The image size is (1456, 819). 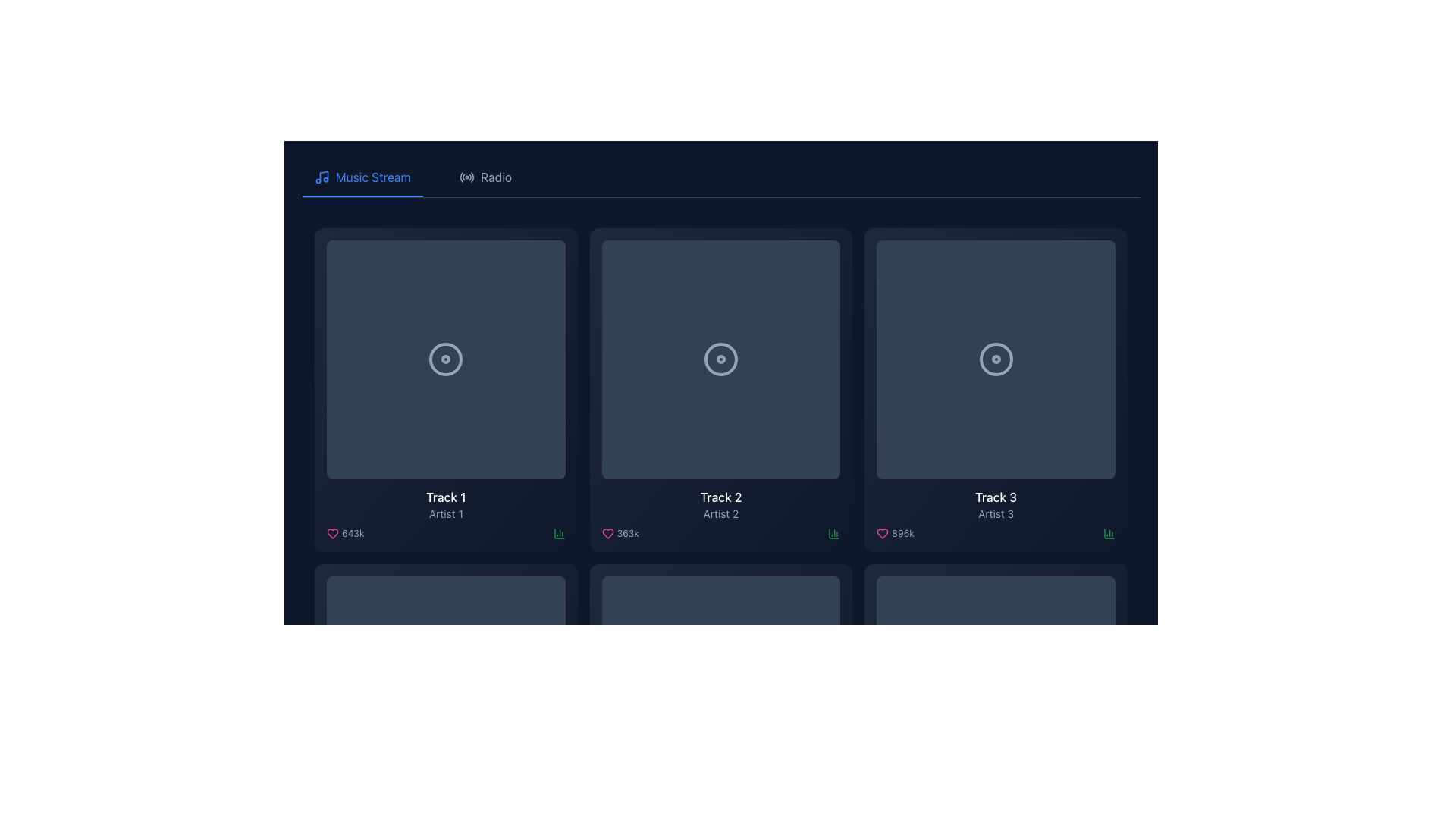 What do you see at coordinates (466, 177) in the screenshot?
I see `the radio wave icon located to the left of the 'Radio' label in the navigation tab` at bounding box center [466, 177].